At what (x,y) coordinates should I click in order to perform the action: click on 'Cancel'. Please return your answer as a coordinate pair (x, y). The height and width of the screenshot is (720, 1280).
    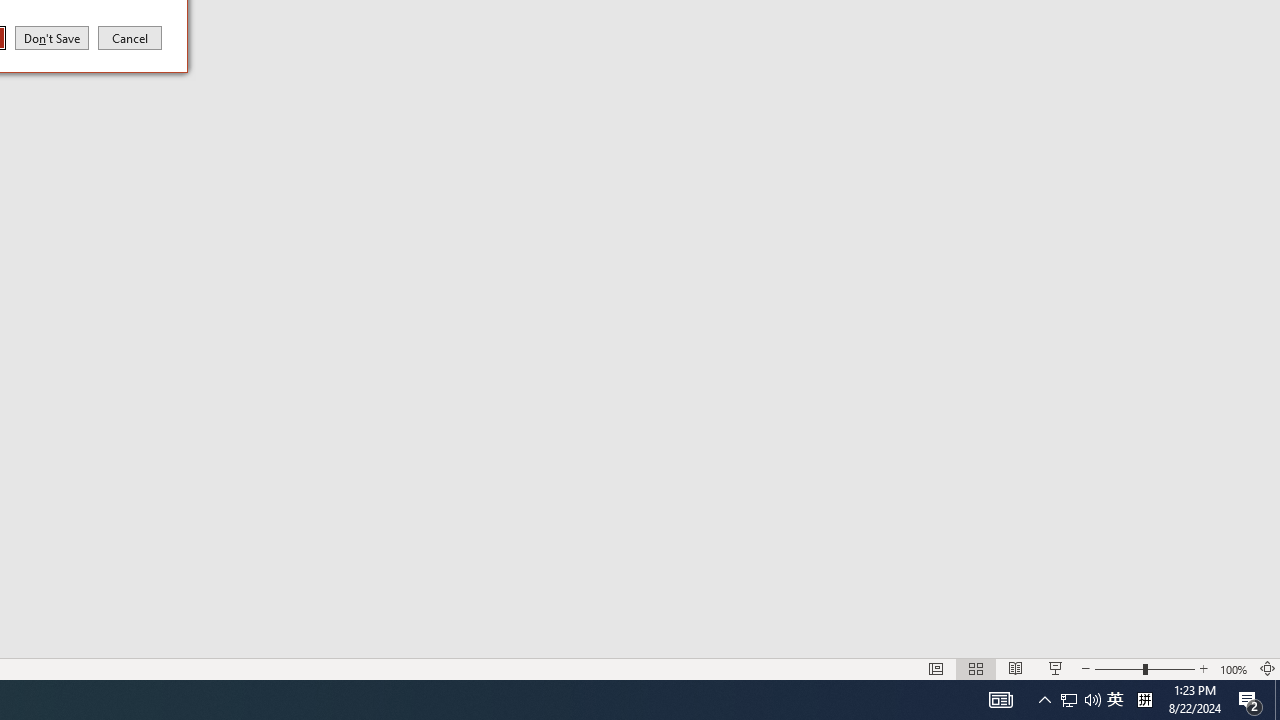
    Looking at the image, I should click on (129, 37).